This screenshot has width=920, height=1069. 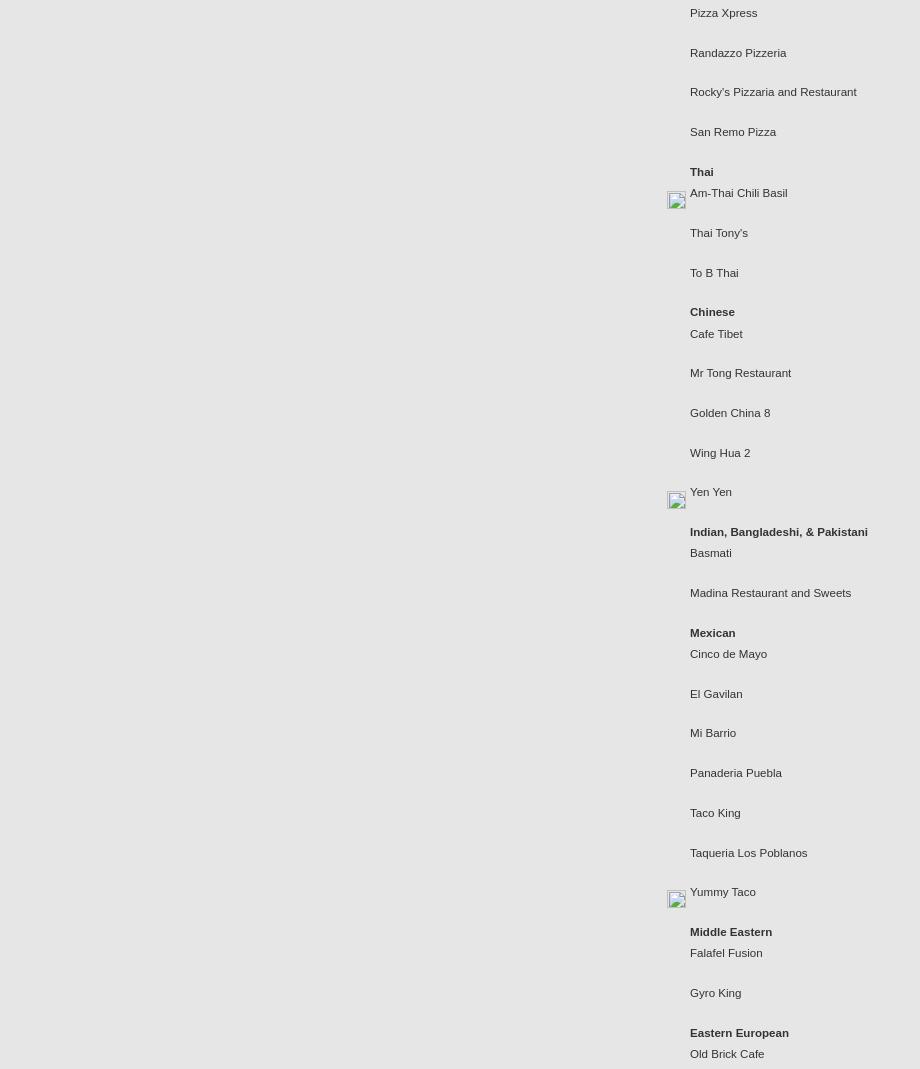 What do you see at coordinates (740, 372) in the screenshot?
I see `'Mr Tong Restaurant'` at bounding box center [740, 372].